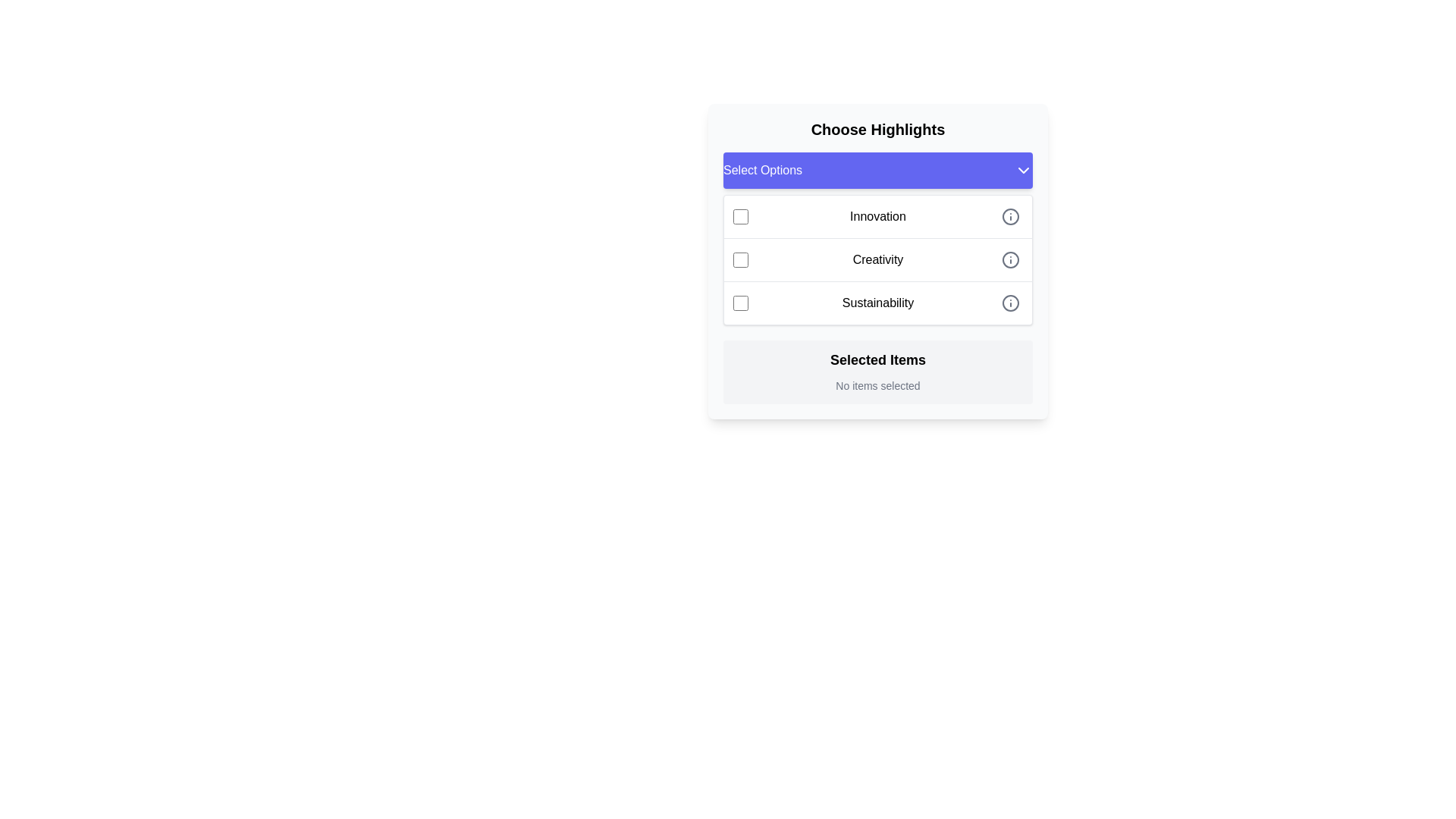 The height and width of the screenshot is (819, 1456). I want to click on the text label that describes the associated selectable option, located centrally between the checkbox on the left and the information icon on the right, so click(877, 303).